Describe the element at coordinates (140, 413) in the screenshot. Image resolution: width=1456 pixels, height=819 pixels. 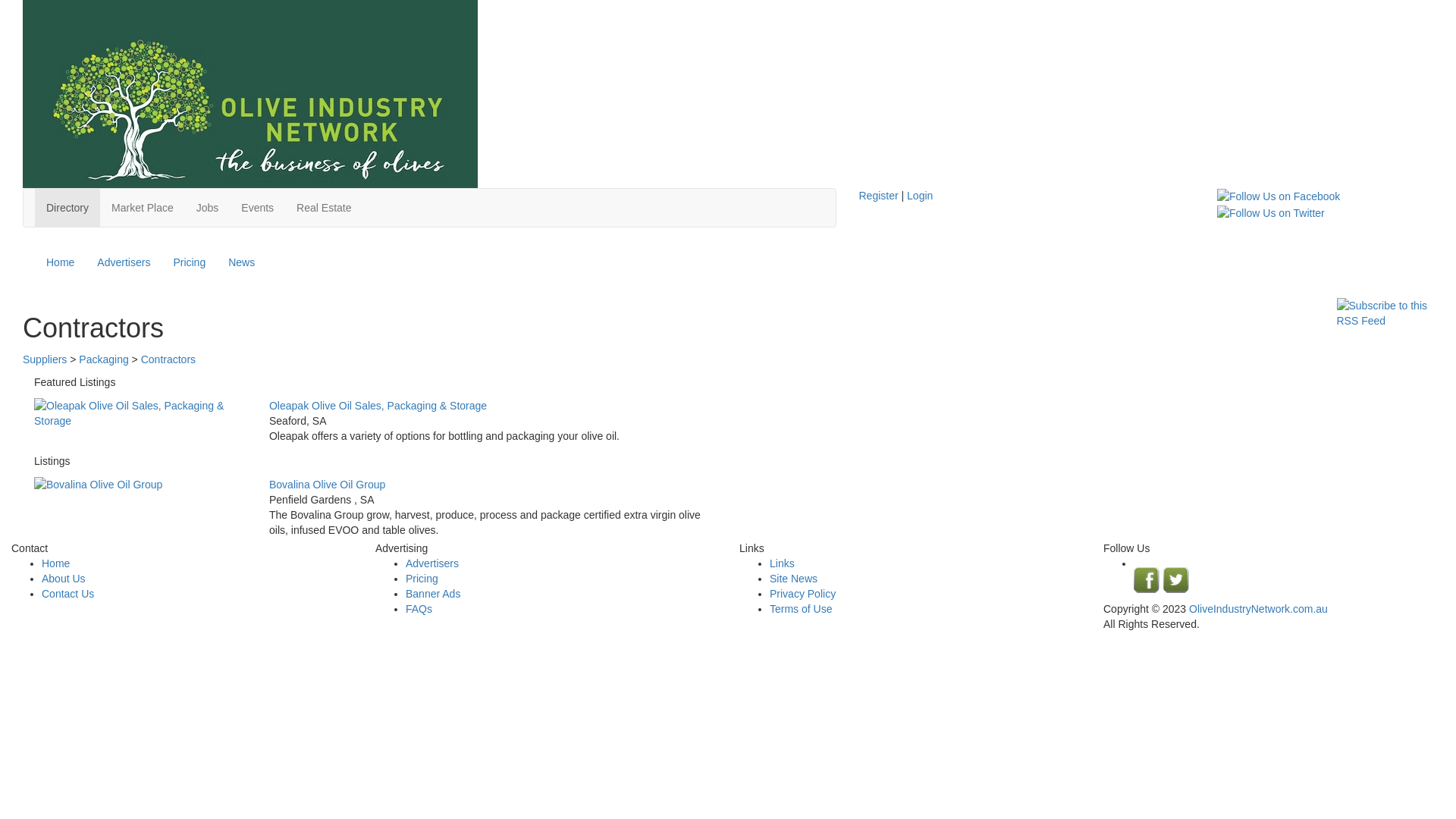
I see `'Oleapak Olive Oil Sales, Packaging & Storage'` at that location.